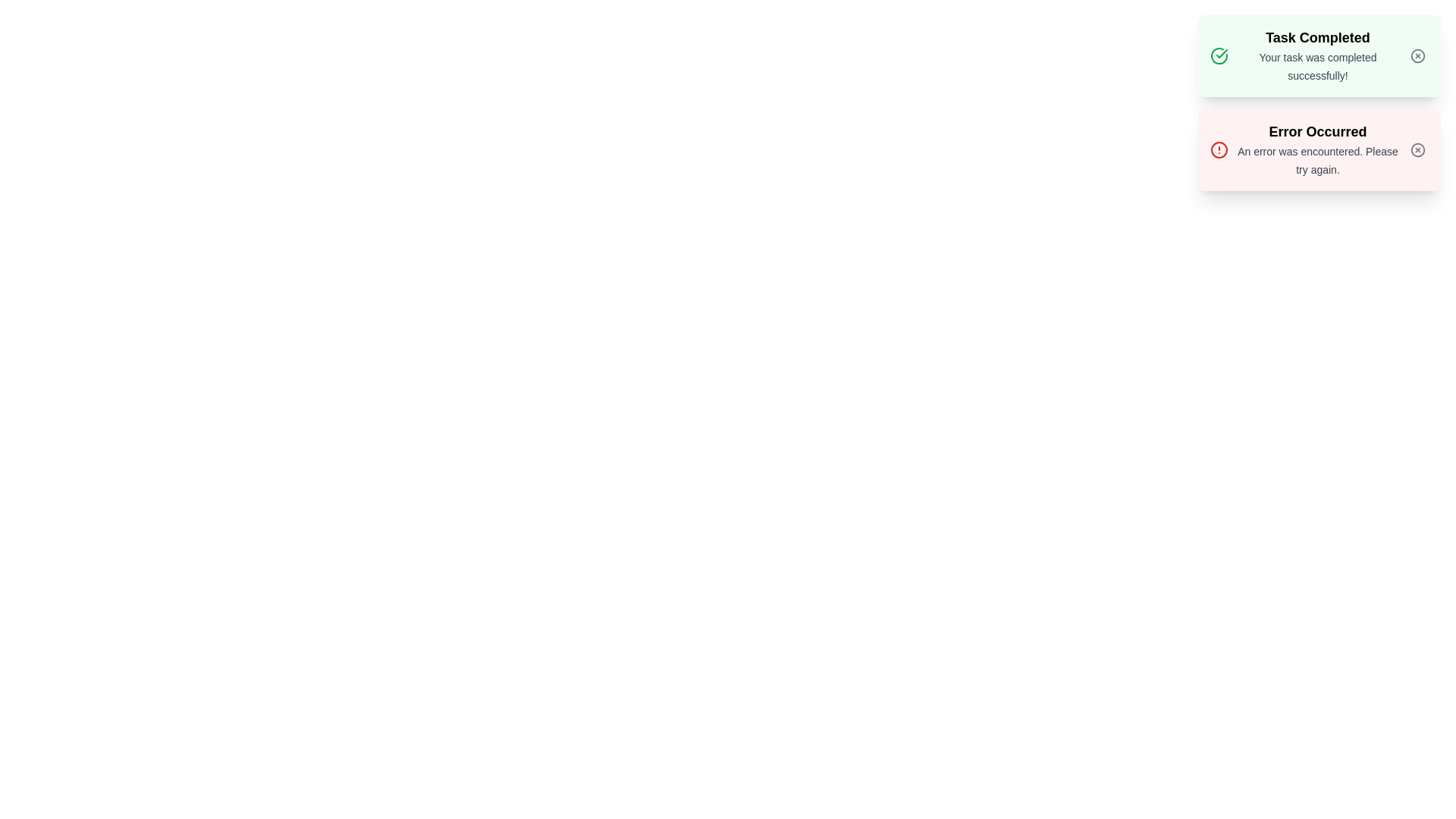 The width and height of the screenshot is (1456, 819). I want to click on the 'Task Completed' text display component which features a bold title and descriptive text within a light green background, indicating success, so click(1316, 55).